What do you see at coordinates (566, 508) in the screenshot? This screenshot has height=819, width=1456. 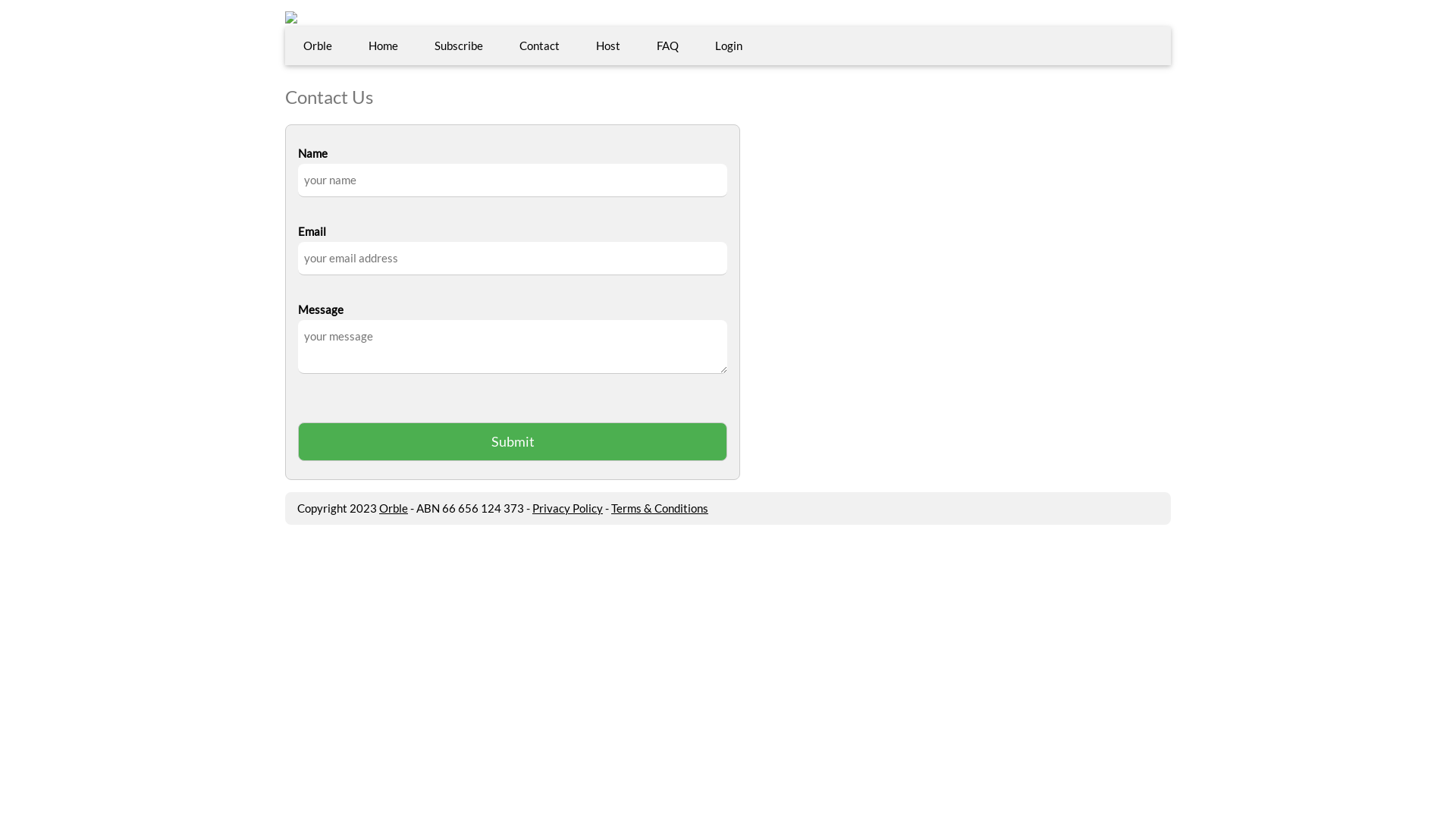 I see `'Privacy Policy'` at bounding box center [566, 508].